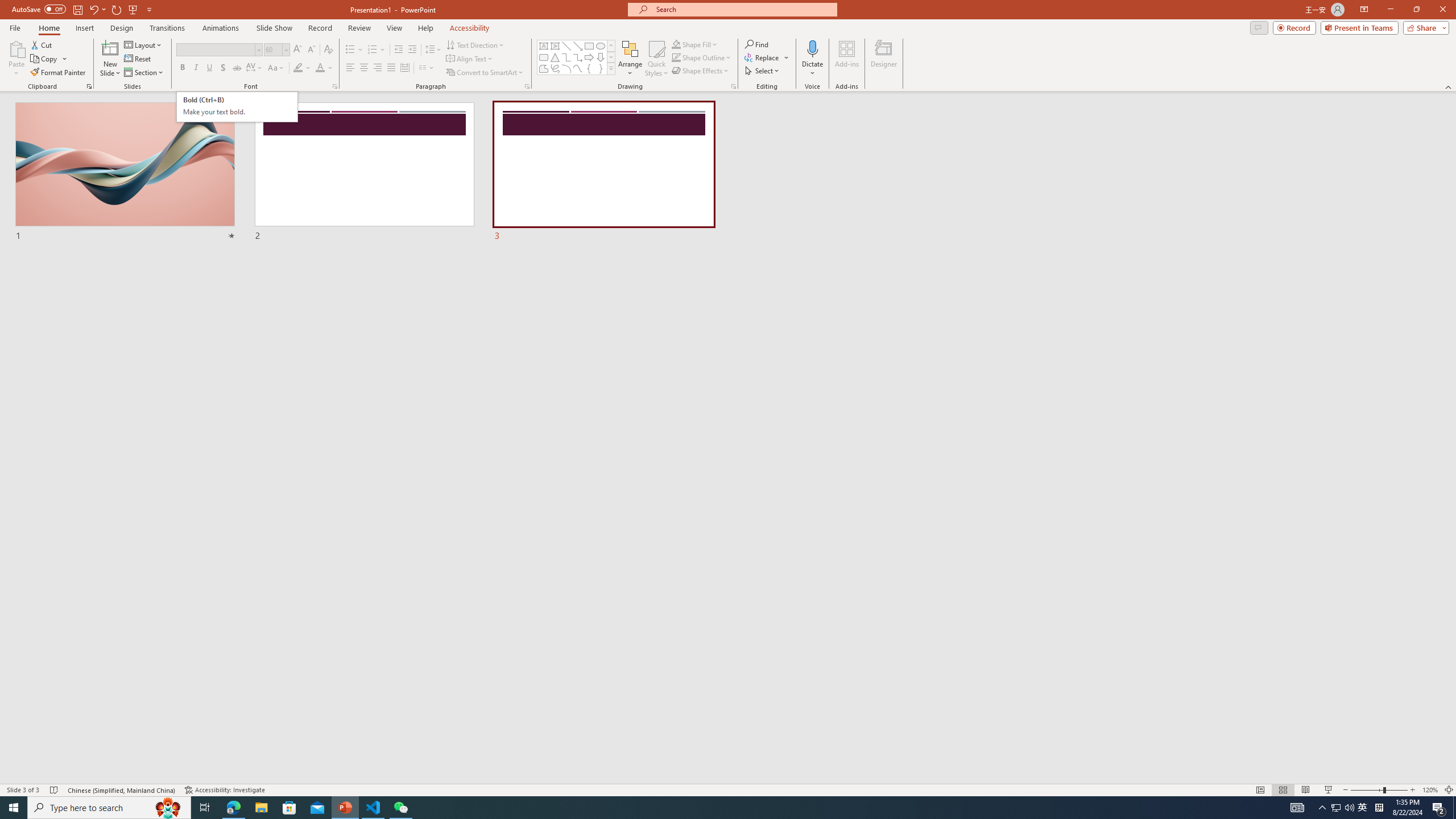 Image resolution: width=1456 pixels, height=819 pixels. Describe the element at coordinates (48, 28) in the screenshot. I see `'Home'` at that location.